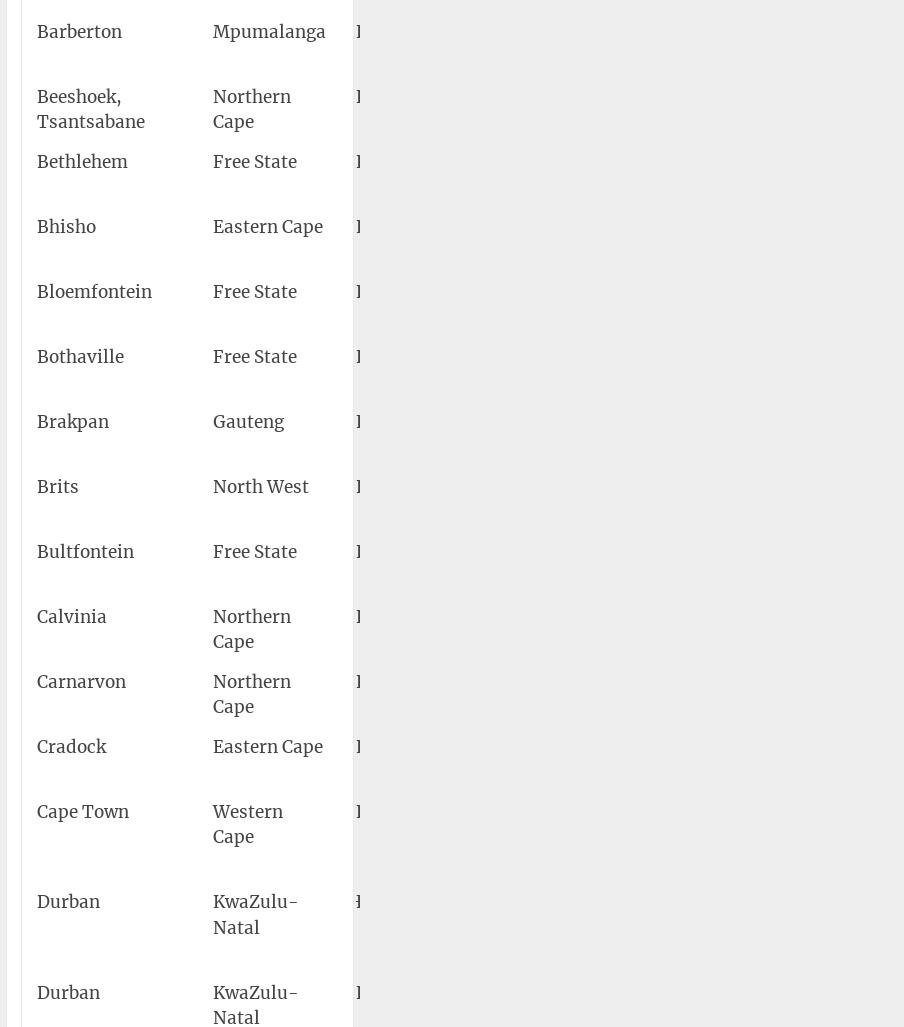 This screenshot has height=1027, width=904. I want to click on '25°43′03″S 030°58′30″E', so click(751, 43).